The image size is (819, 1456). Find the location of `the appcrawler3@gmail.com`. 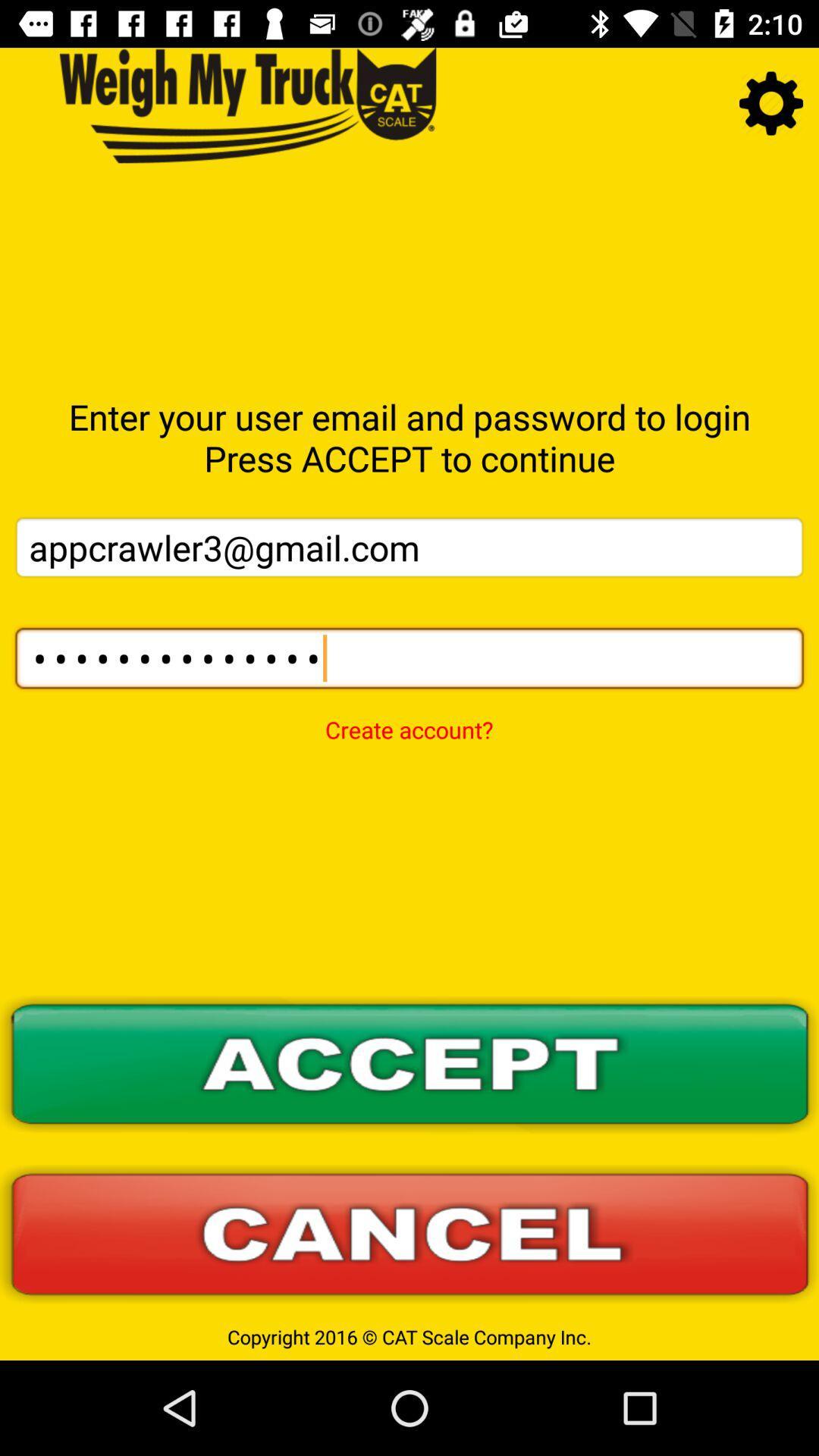

the appcrawler3@gmail.com is located at coordinates (409, 546).